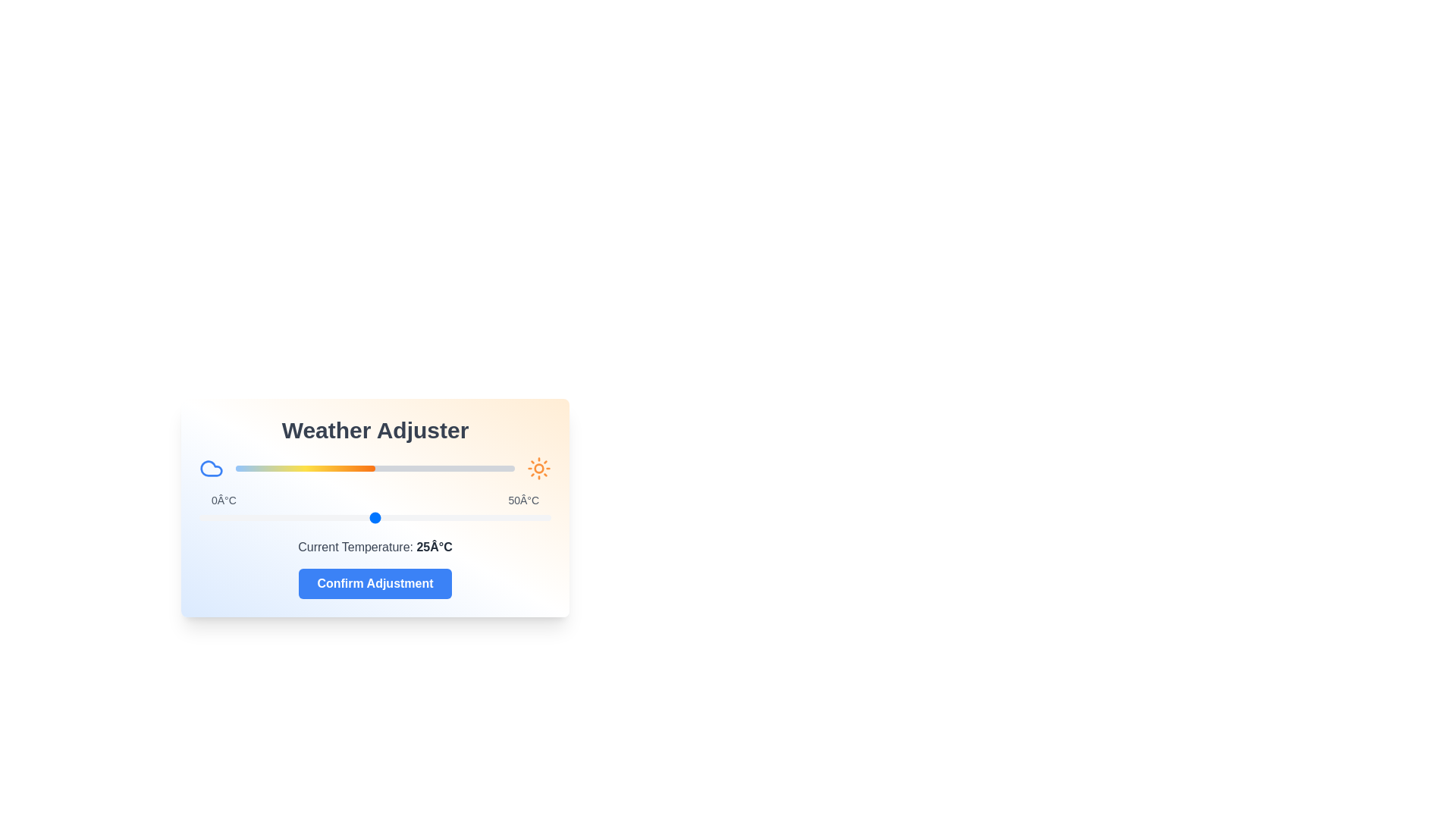 Image resolution: width=1456 pixels, height=819 pixels. Describe the element at coordinates (375, 583) in the screenshot. I see `the 'Confirm Adjustment' button to confirm the temperature adjustment` at that location.